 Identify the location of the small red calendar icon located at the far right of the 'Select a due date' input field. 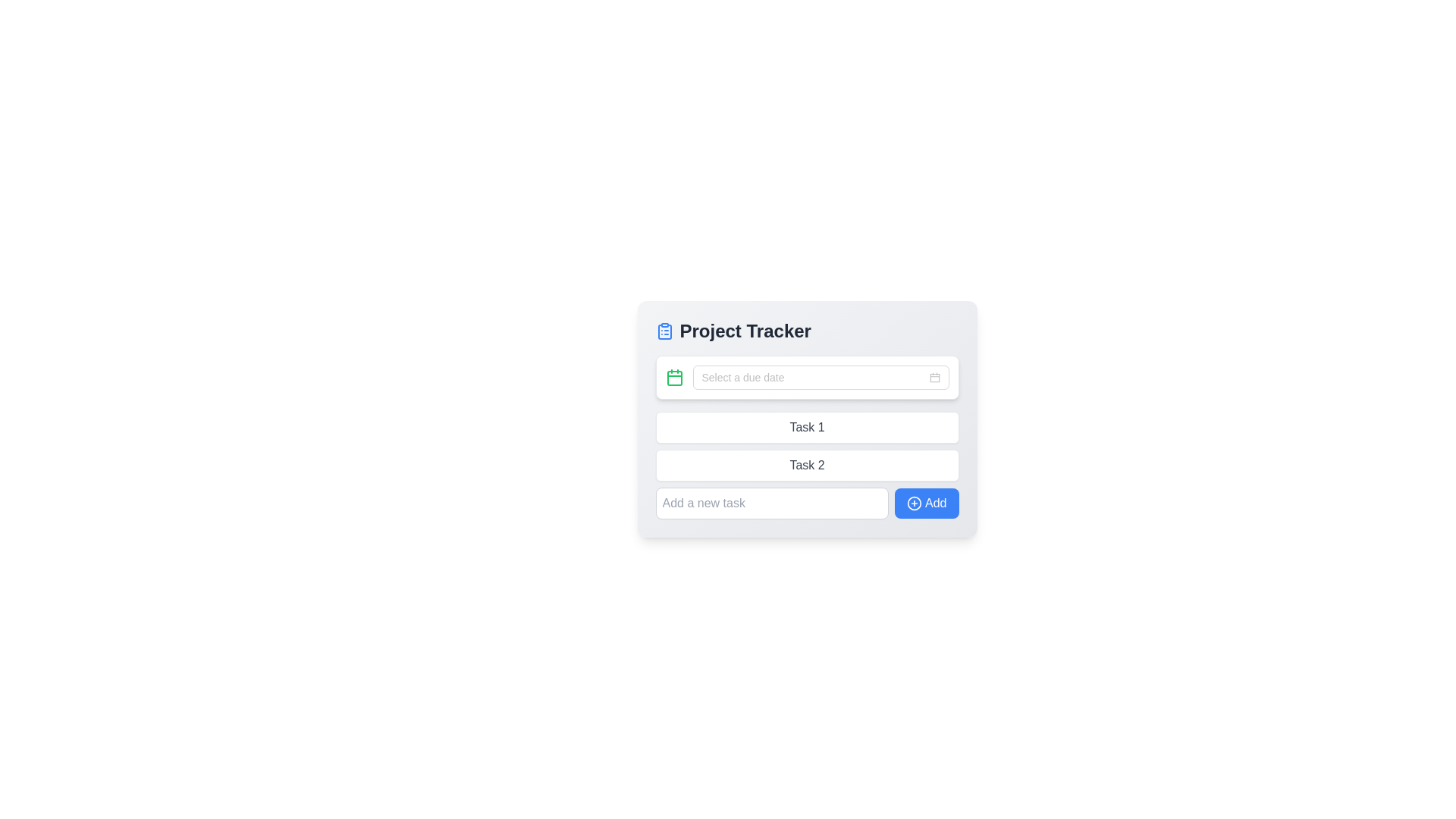
(934, 376).